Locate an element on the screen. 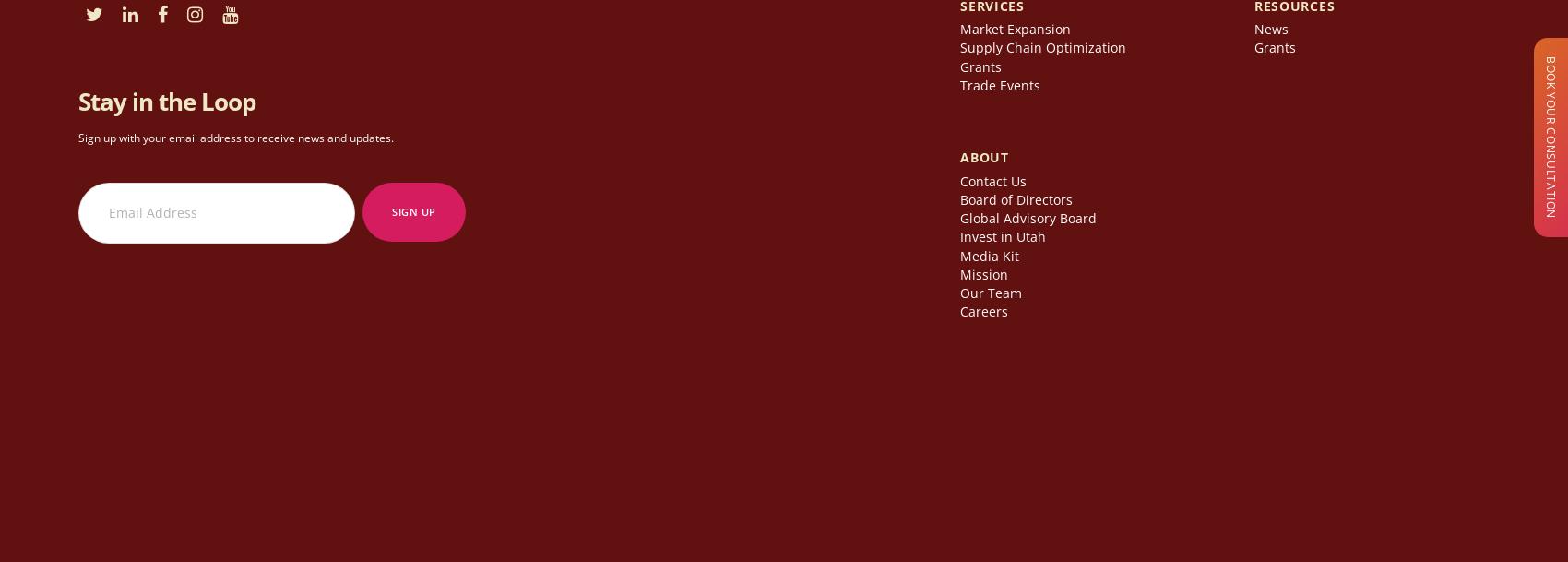 Image resolution: width=1568 pixels, height=562 pixels. 'Services' is located at coordinates (992, 11).